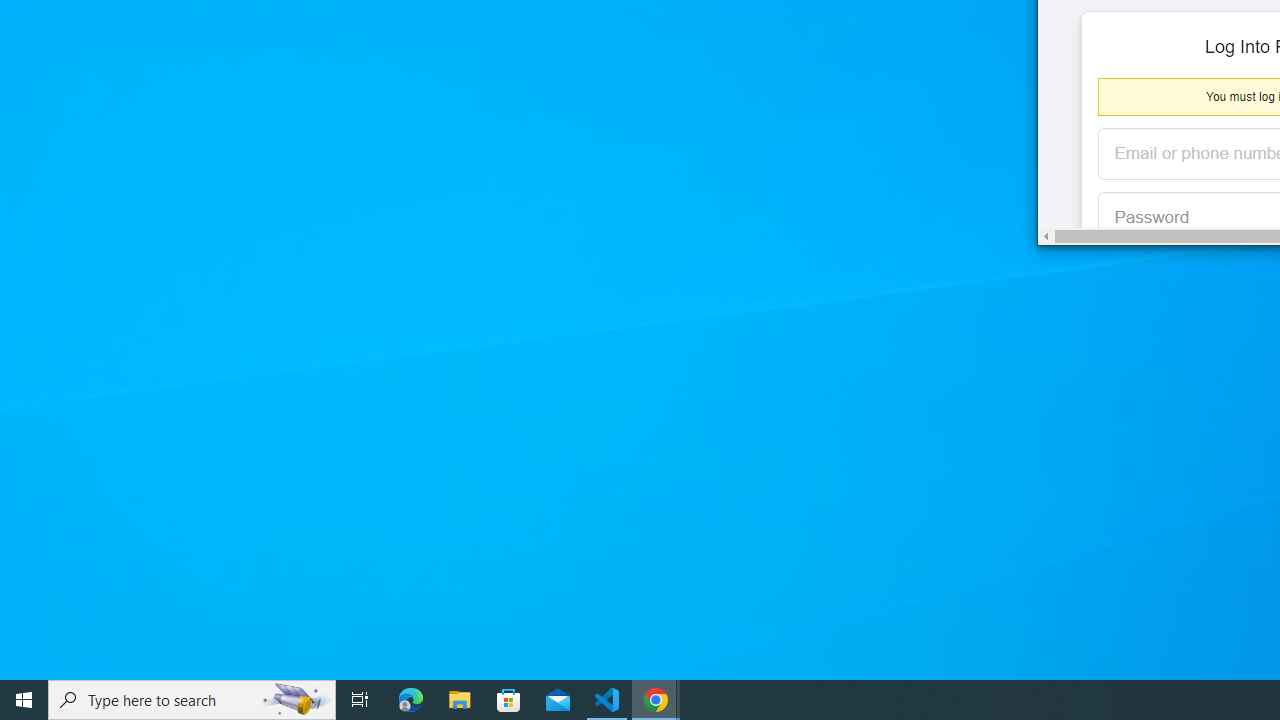  What do you see at coordinates (606, 698) in the screenshot?
I see `'Visual Studio Code - 1 running window'` at bounding box center [606, 698].